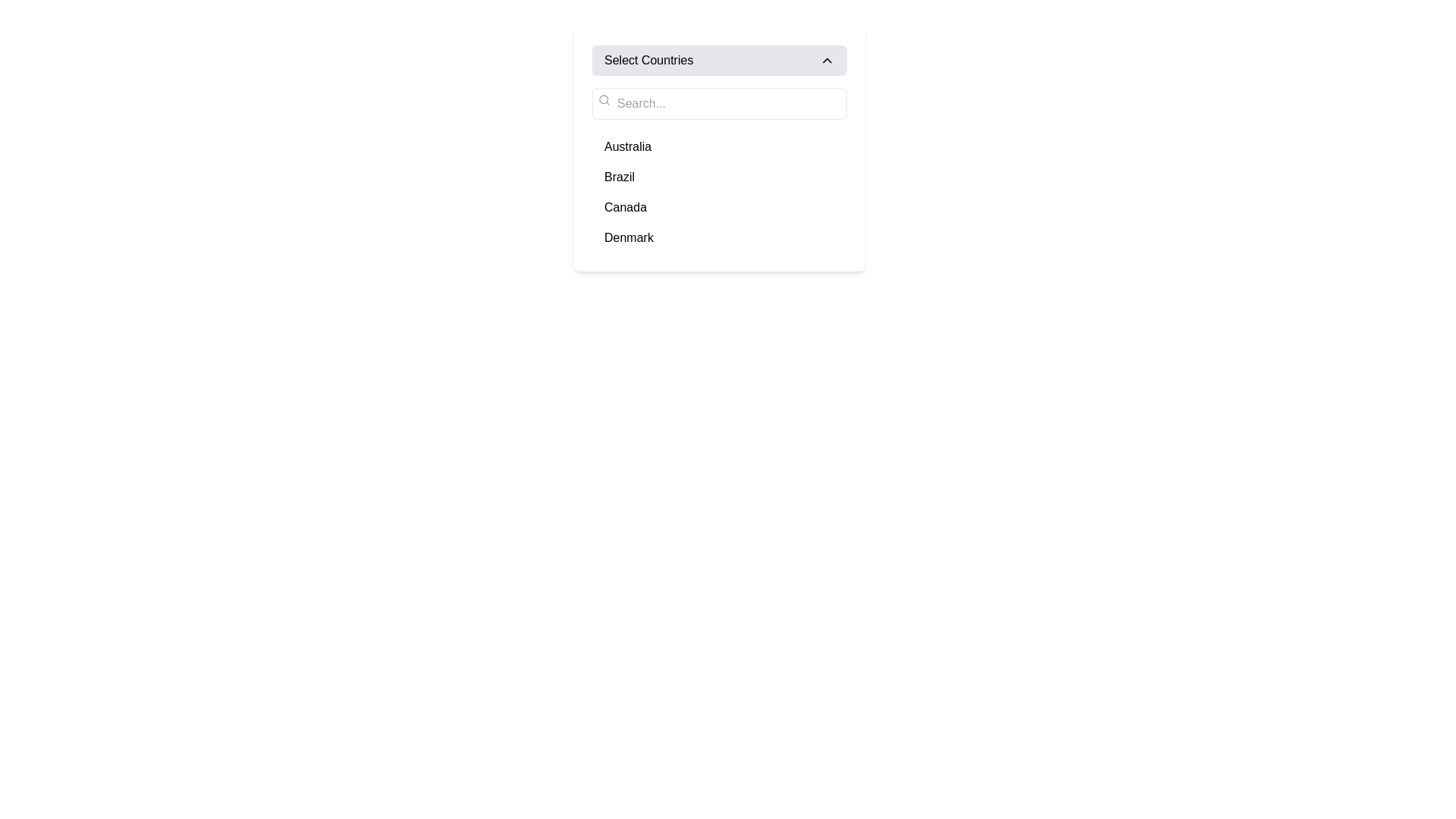 This screenshot has height=819, width=1456. Describe the element at coordinates (719, 237) in the screenshot. I see `the fourth item in the dropdown menu that represents 'Denmark'` at that location.